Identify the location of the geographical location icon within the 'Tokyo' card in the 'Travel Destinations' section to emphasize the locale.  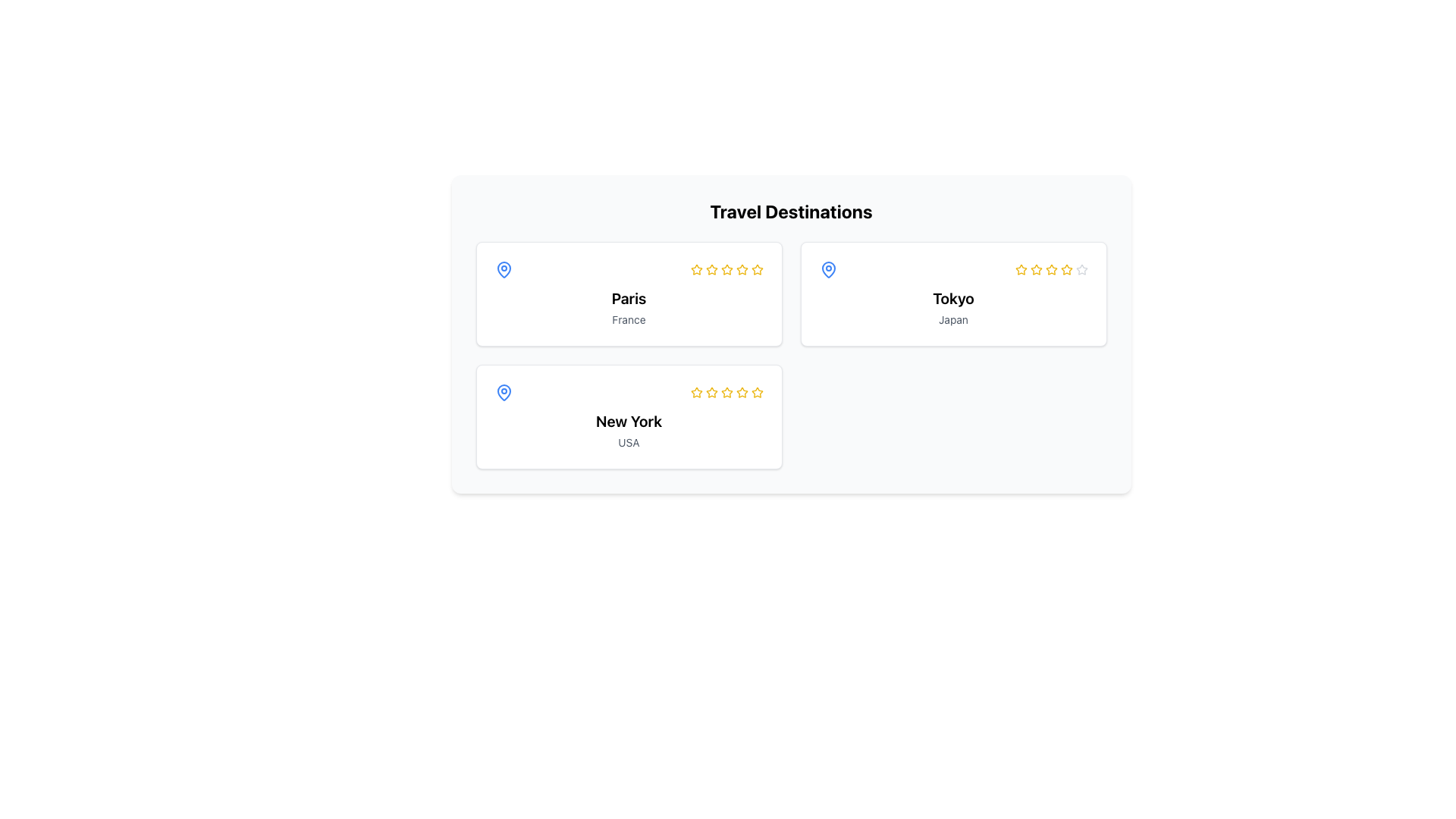
(827, 268).